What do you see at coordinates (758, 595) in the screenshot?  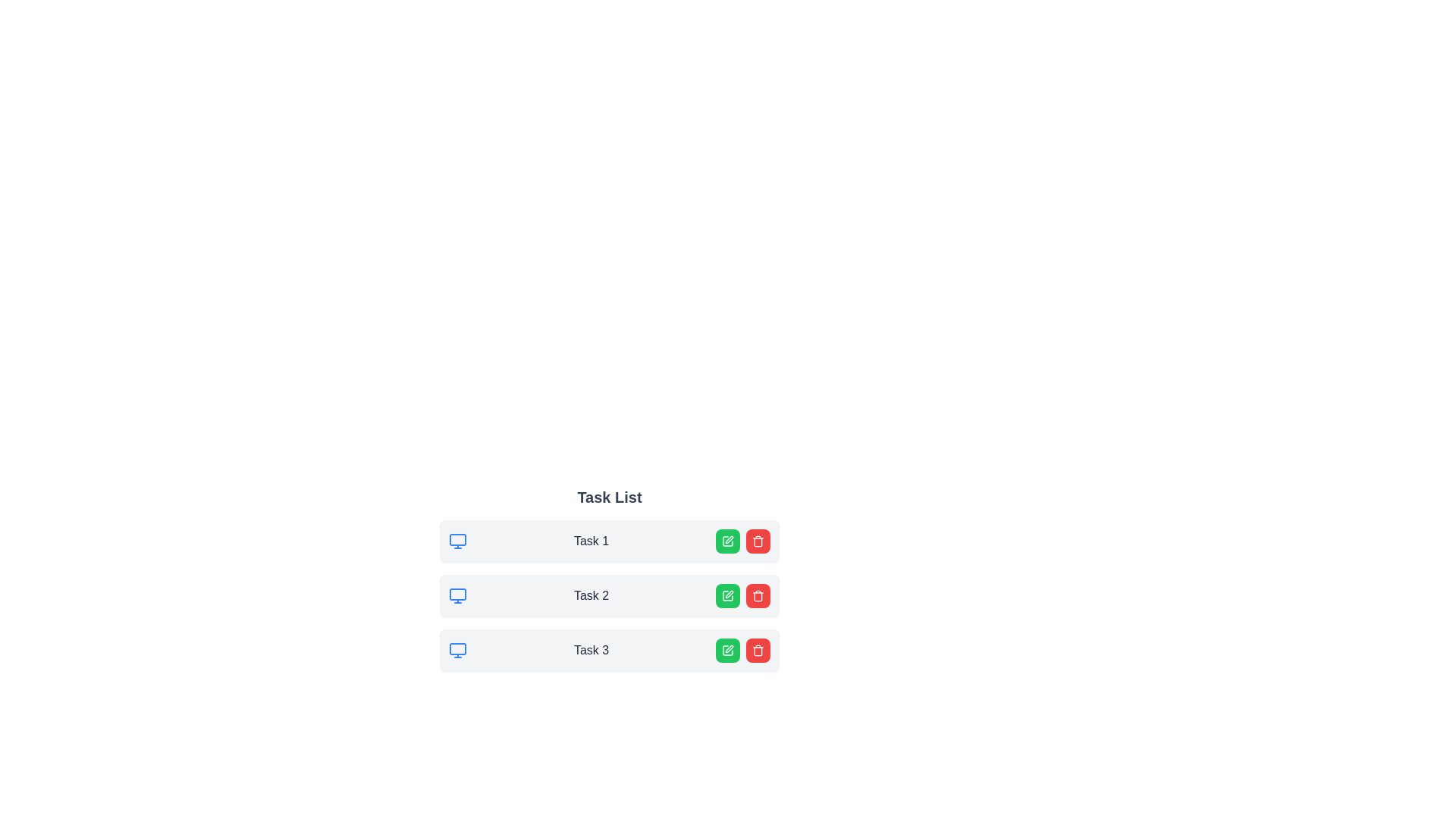 I see `the red rounded rectangle button with a white trashcan icon to observe the hover effect` at bounding box center [758, 595].